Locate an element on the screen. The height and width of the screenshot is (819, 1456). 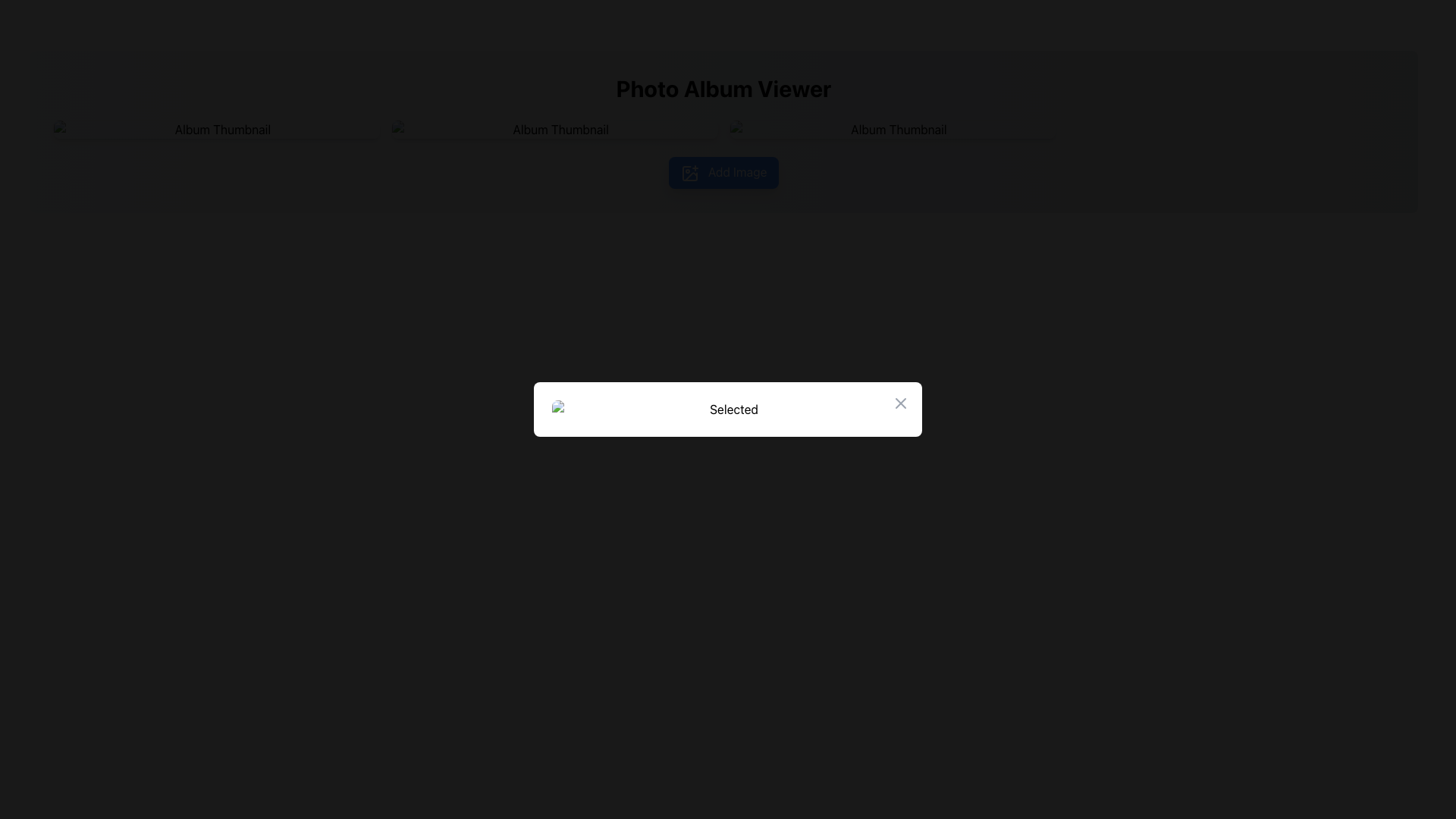
the interactive thumbnail for the album located in the top-left corner of the grid is located at coordinates (215, 128).